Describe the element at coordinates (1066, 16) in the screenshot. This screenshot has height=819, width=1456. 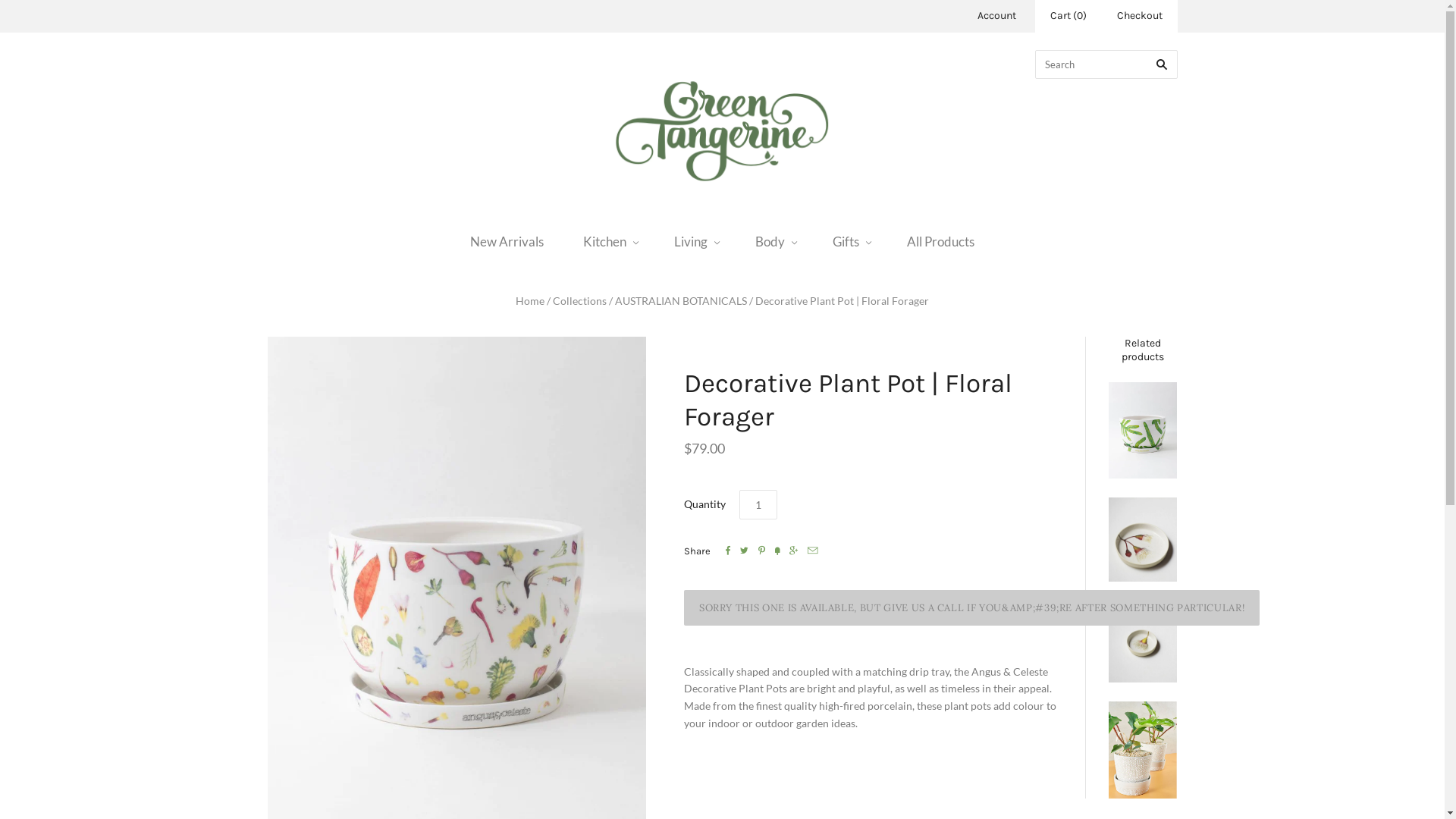
I see `'Cart (0)'` at that location.